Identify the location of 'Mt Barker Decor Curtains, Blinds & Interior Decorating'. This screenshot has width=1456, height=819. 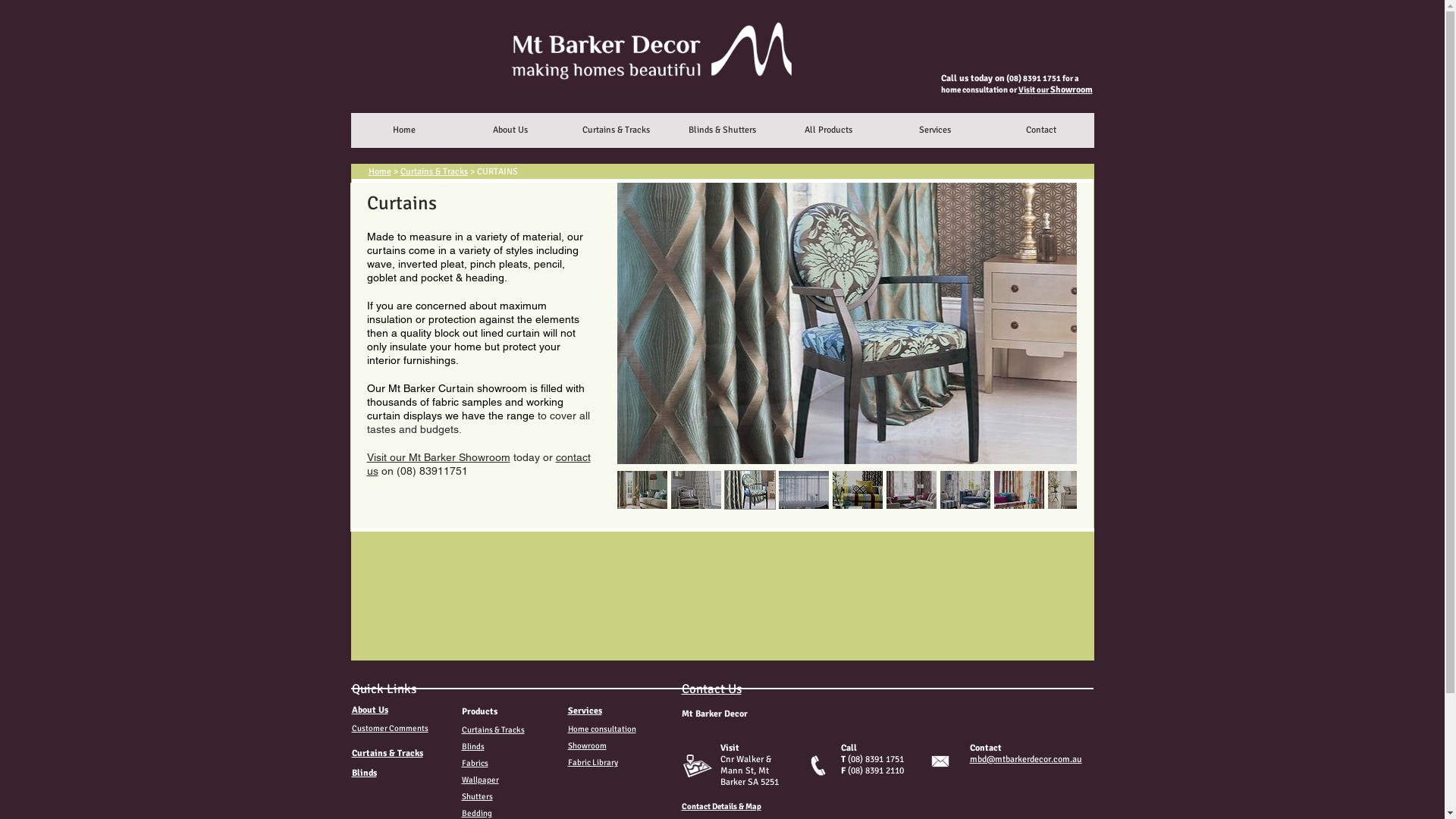
(637, 82).